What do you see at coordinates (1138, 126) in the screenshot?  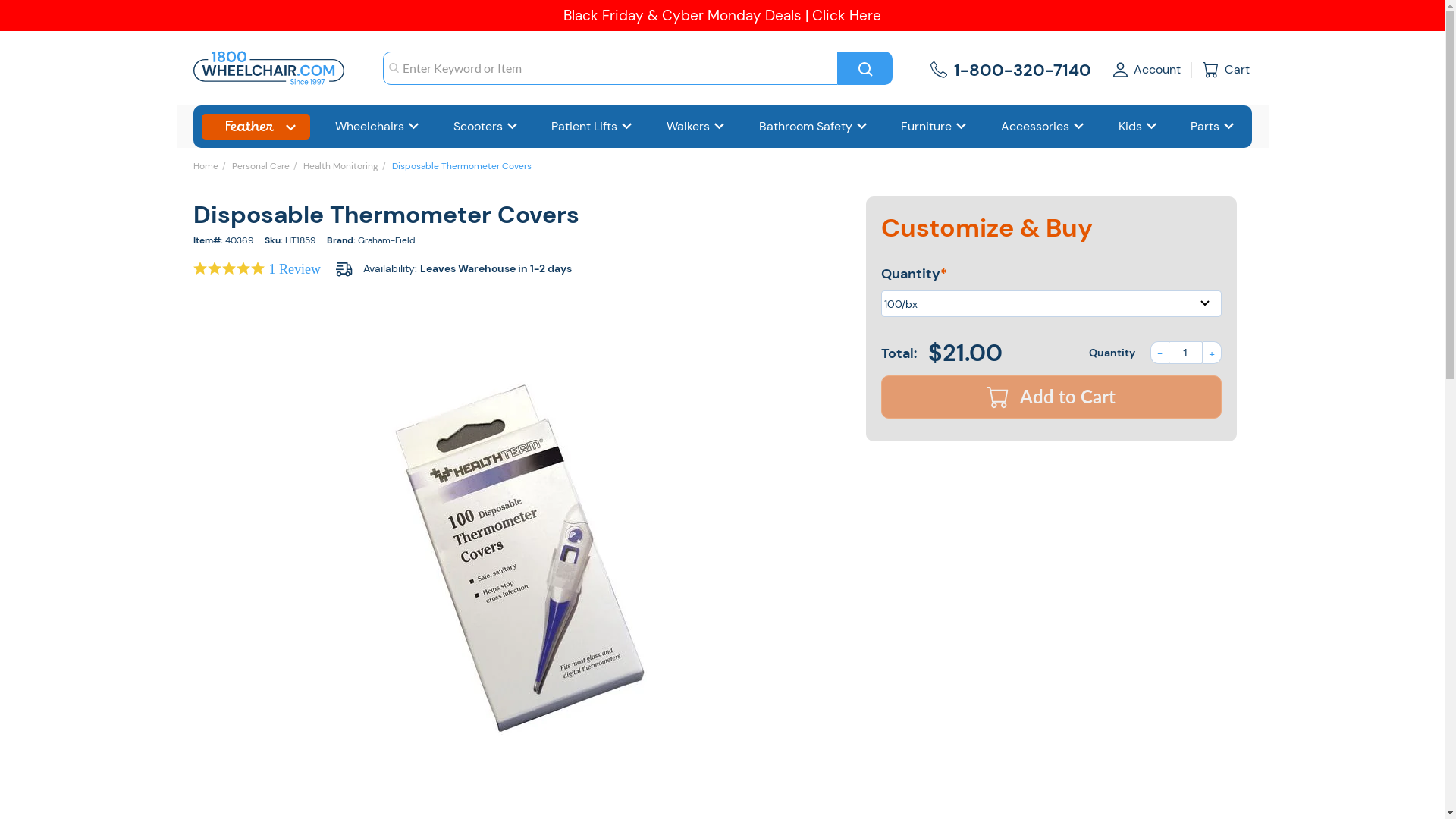 I see `'Kids'` at bounding box center [1138, 126].